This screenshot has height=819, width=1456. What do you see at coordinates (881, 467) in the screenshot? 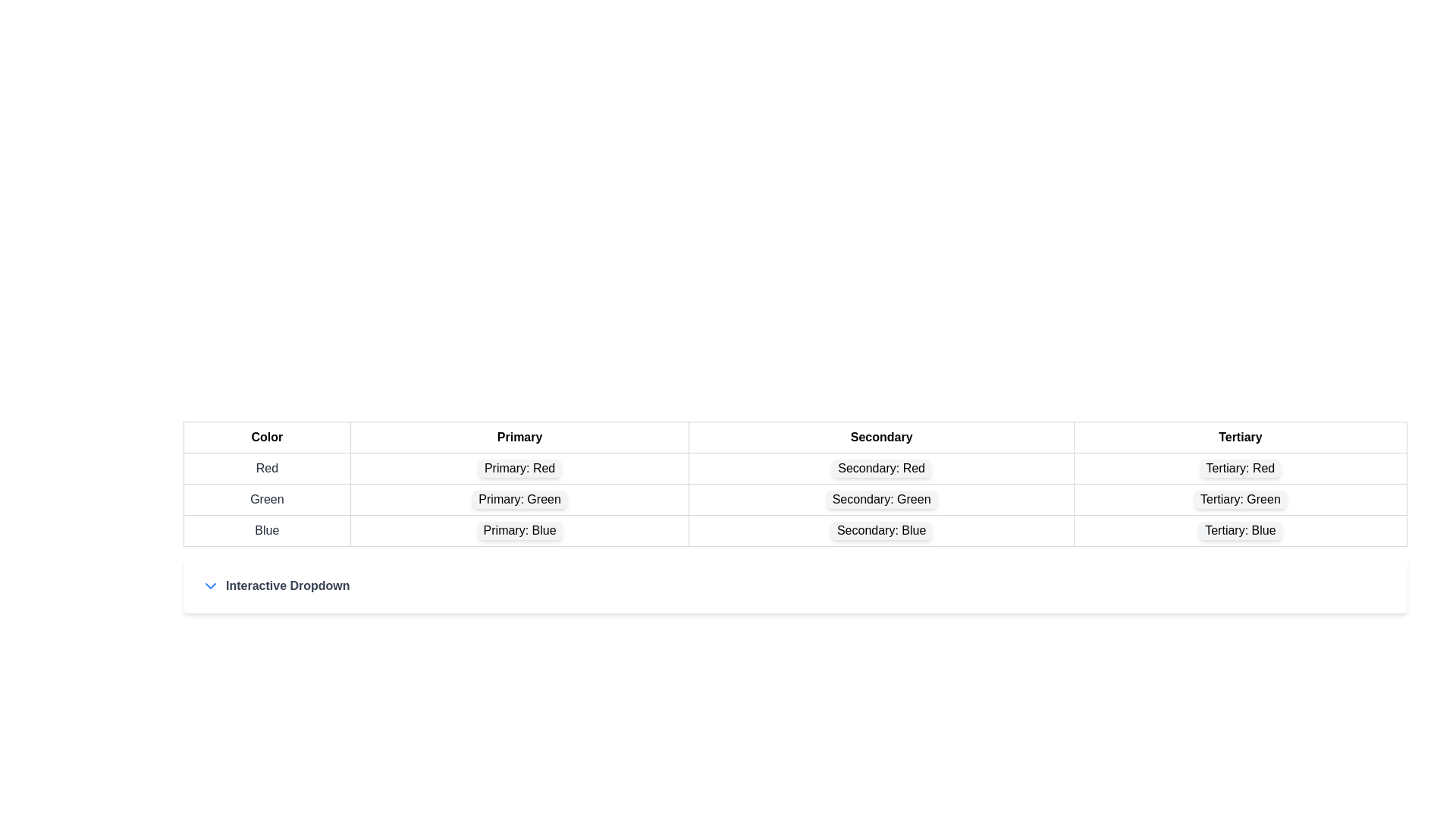
I see `text from the text label displaying 'Secondary: Red' which is styled with a gray background and located in the first row of the 'Secondary' column in the table` at bounding box center [881, 467].